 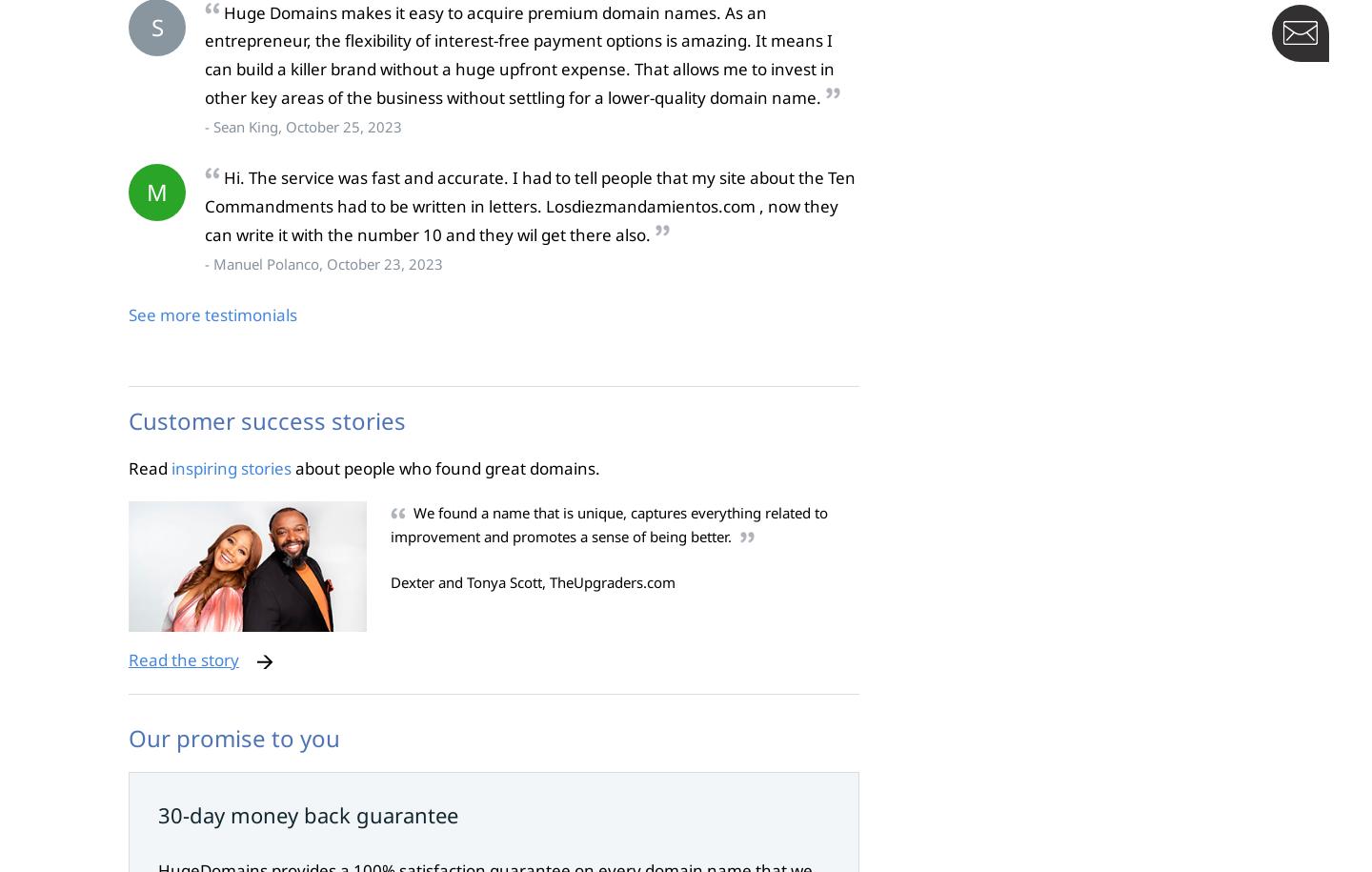 What do you see at coordinates (530, 206) in the screenshot?
I see `'Hi. The service was fast and accurate.
I had to tell people that my site about the Ten Commandments had to be written in letters. Losdiezmandamientos.com , now they can write it with the number 10 and they wil get there also.'` at bounding box center [530, 206].